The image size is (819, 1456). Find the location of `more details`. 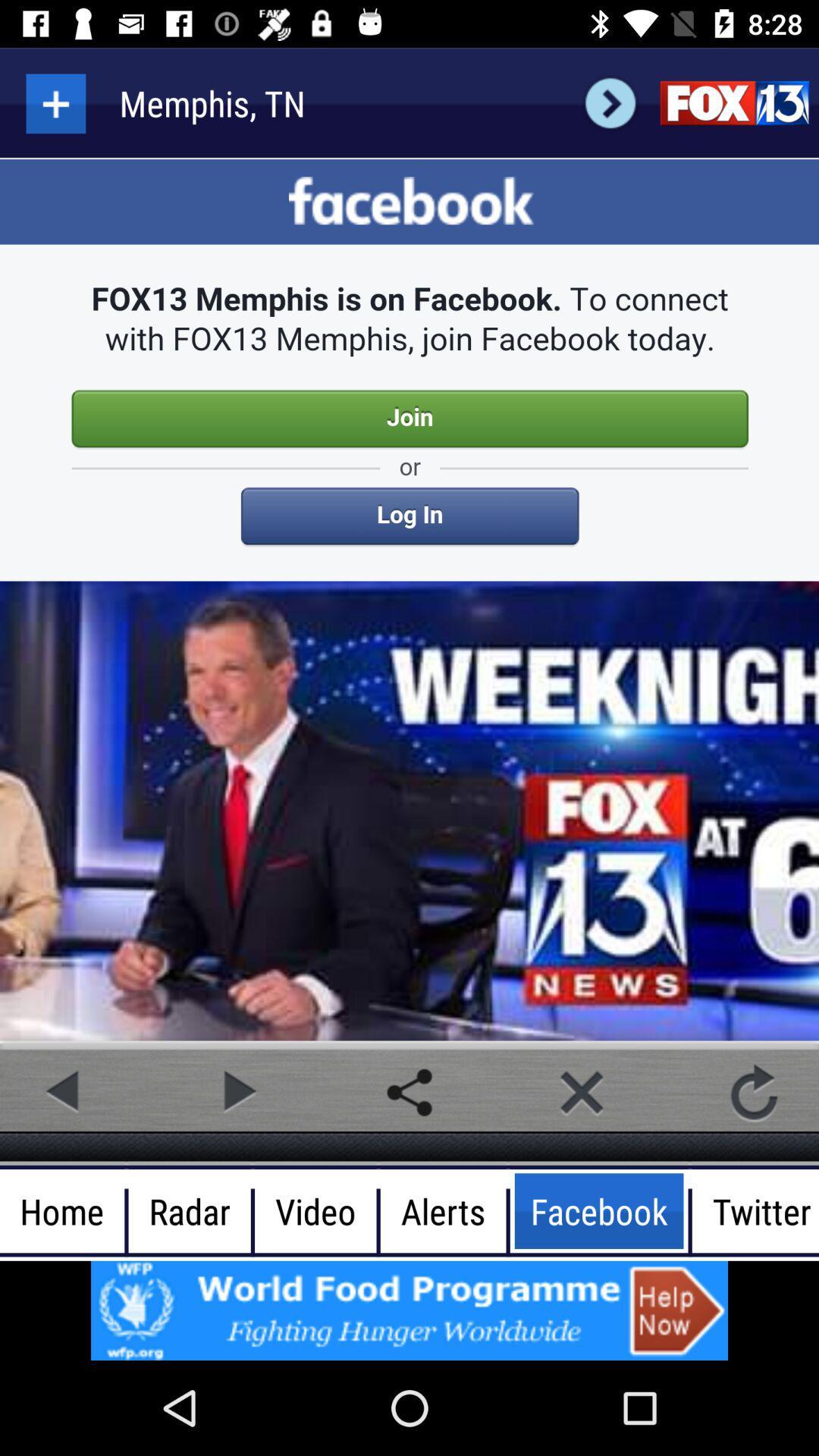

more details is located at coordinates (55, 102).